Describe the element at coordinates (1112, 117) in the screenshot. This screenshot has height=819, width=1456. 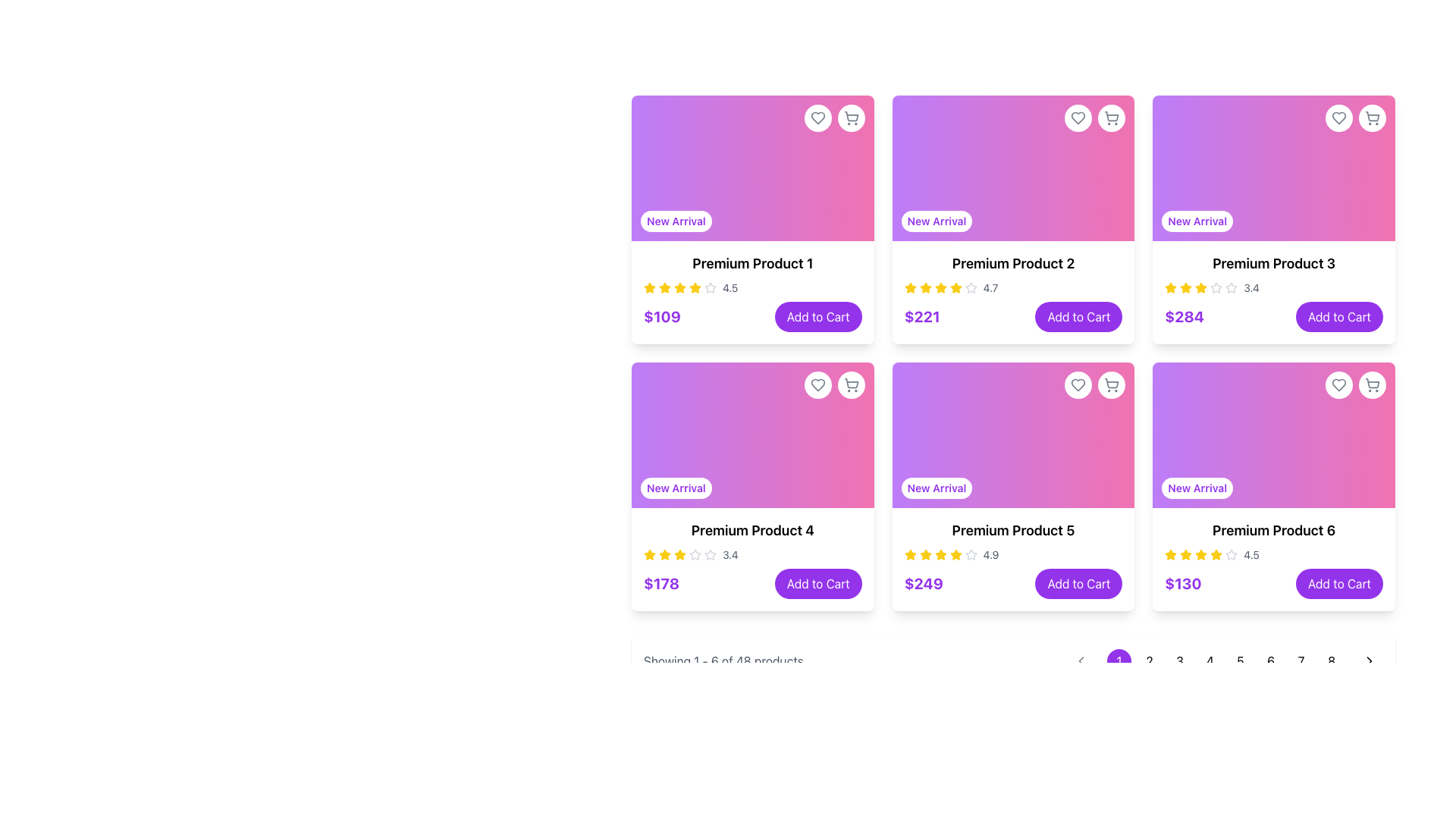
I see `the quick shopping action button located in the top-right corner of the card labeled 'Premium Product 2'` at that location.